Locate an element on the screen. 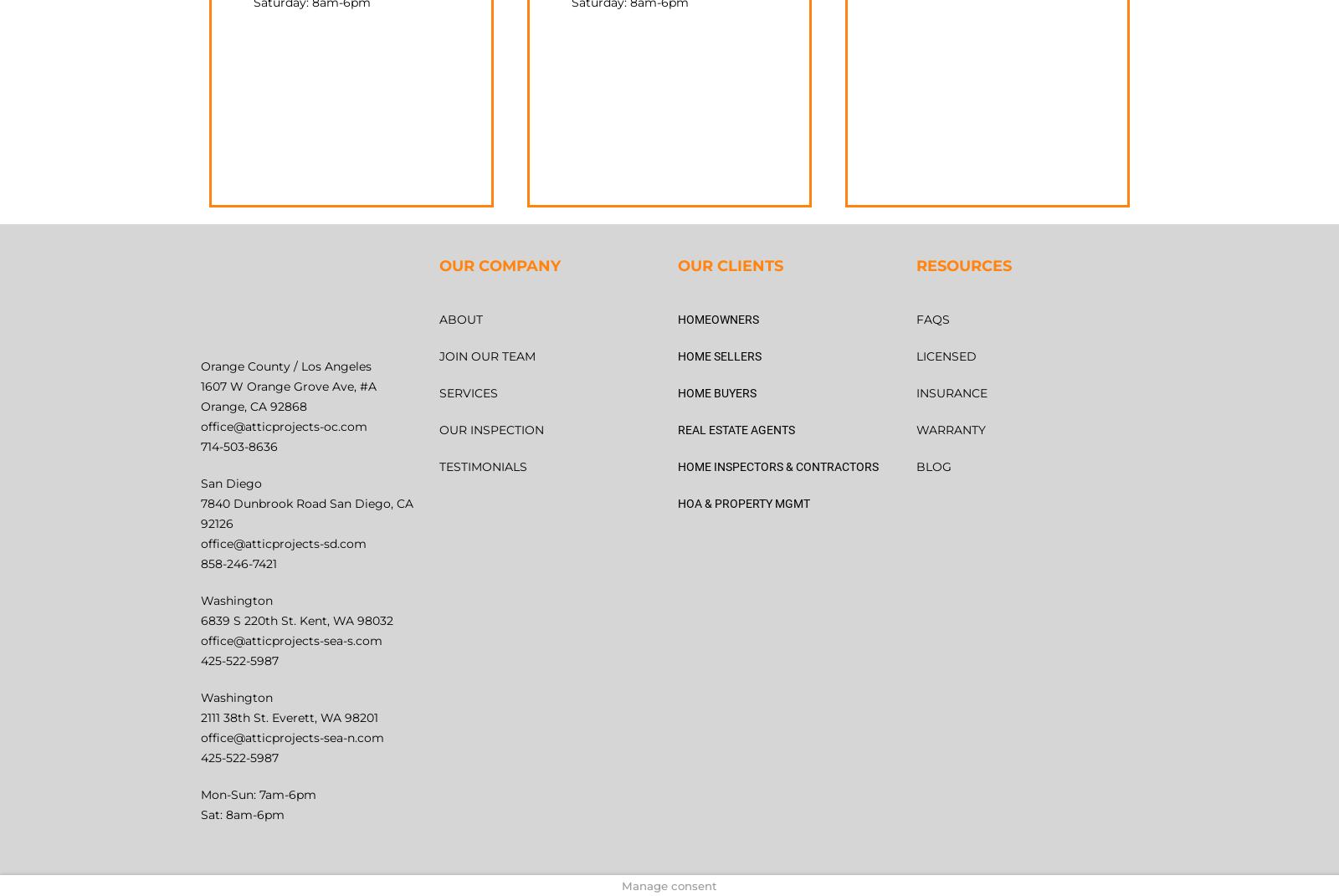 Image resolution: width=1339 pixels, height=896 pixels. '7840 Dunbrook Road San Diego, CA 92126' is located at coordinates (307, 512).